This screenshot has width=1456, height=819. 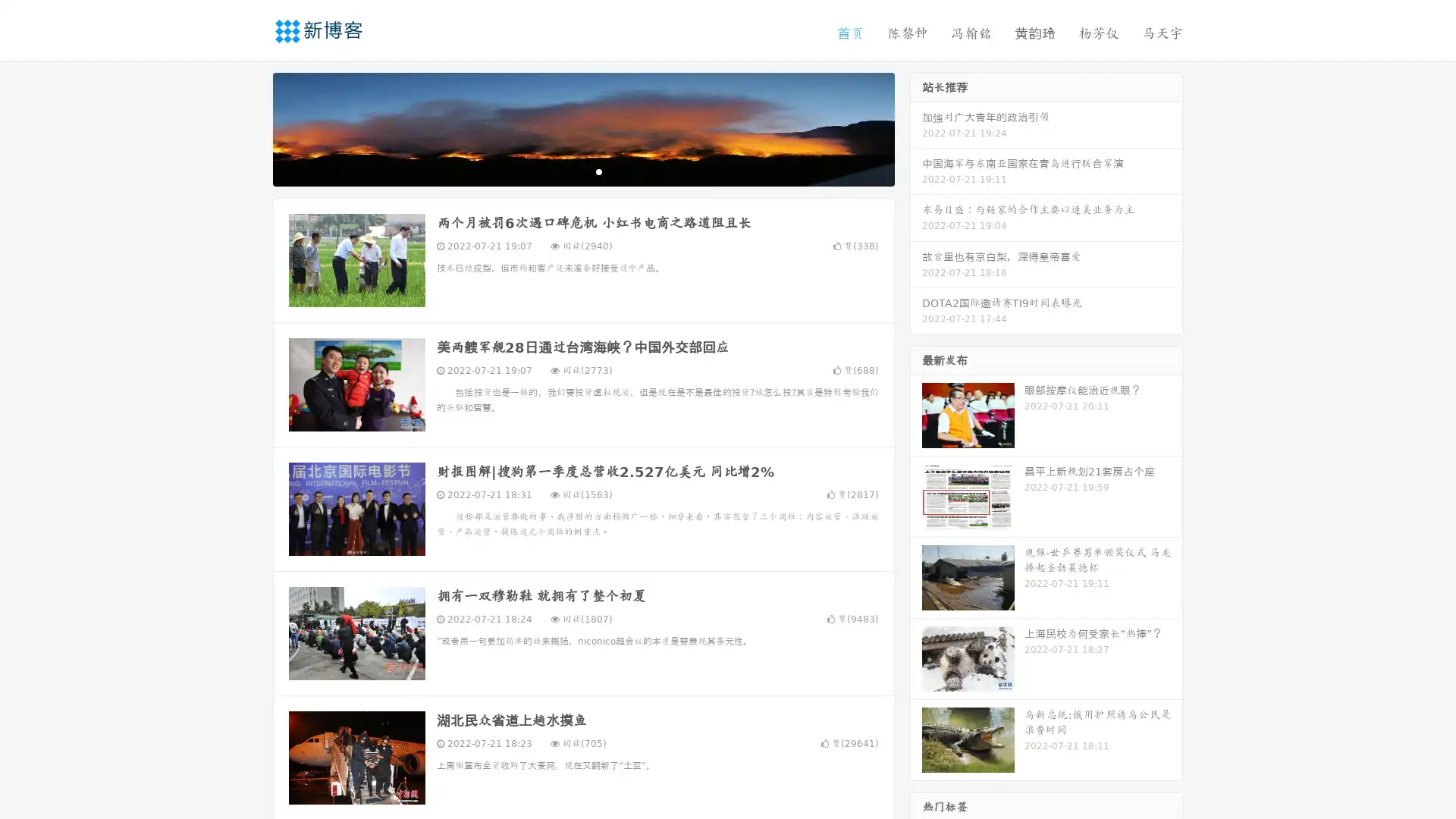 I want to click on Next slide, so click(x=916, y=127).